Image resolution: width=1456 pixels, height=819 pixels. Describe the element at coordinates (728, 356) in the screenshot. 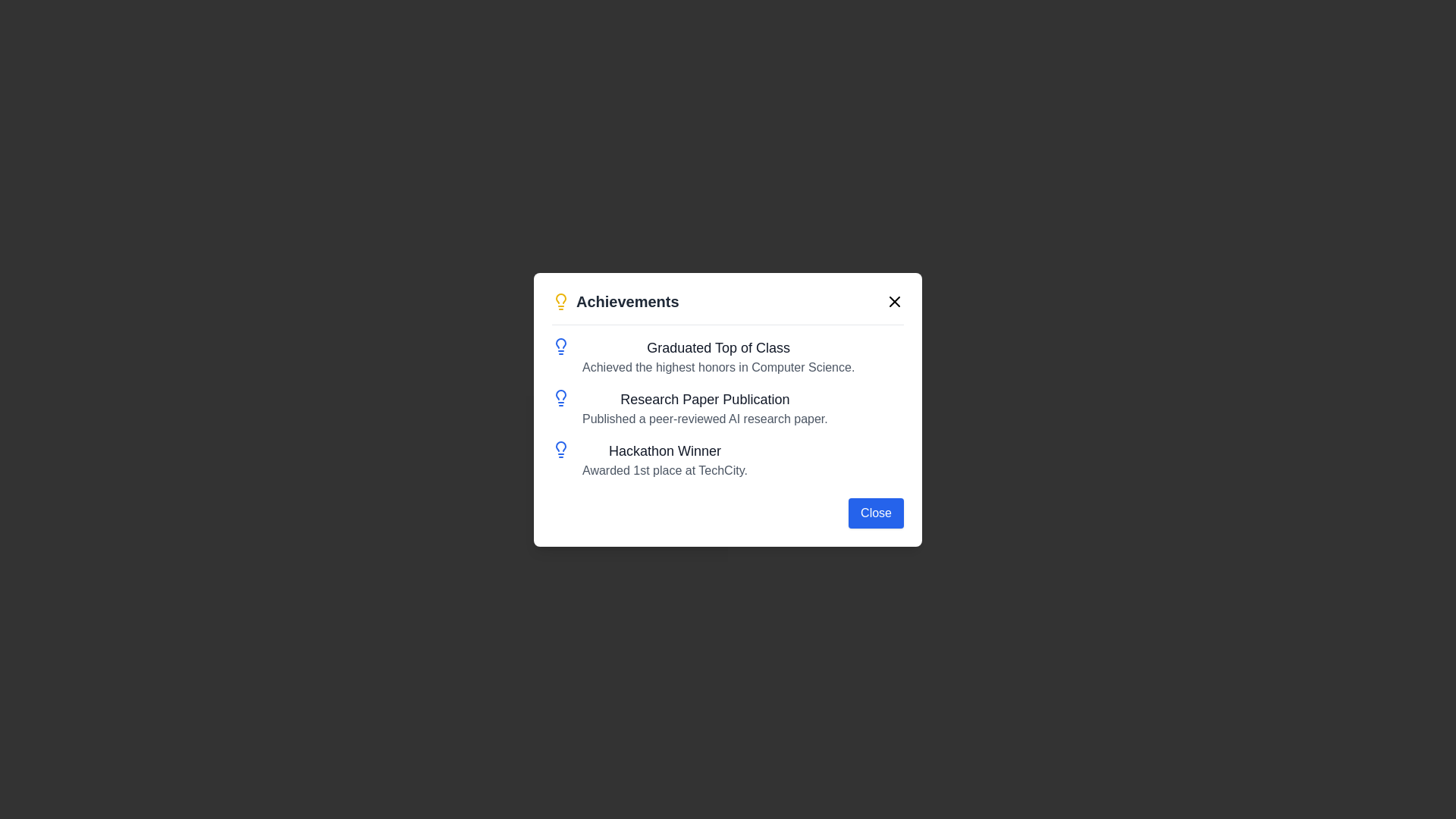

I see `the Information Display Block that informs users about graduating top of class with the highest honors in Computer Science` at that location.